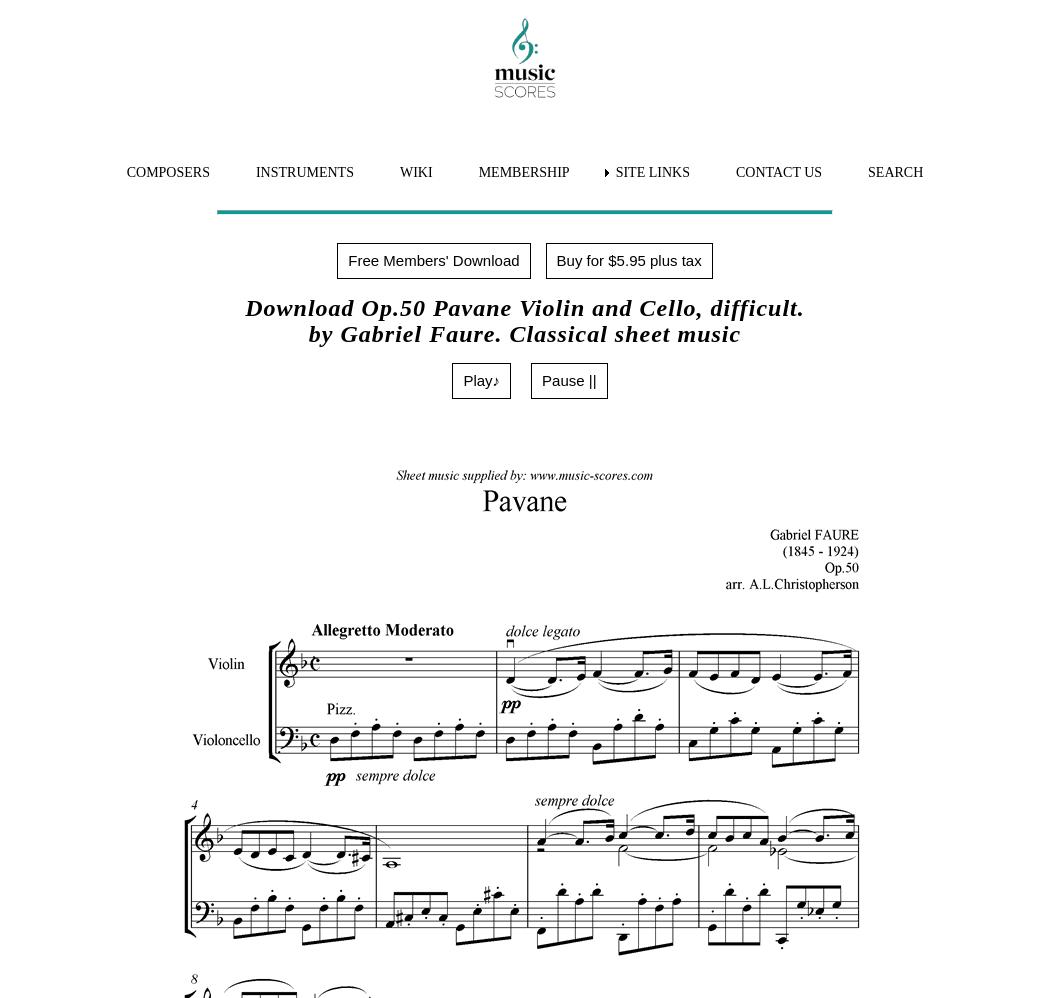 This screenshot has height=998, width=1050. I want to click on 'Buy for $5.95 plus tax', so click(628, 259).